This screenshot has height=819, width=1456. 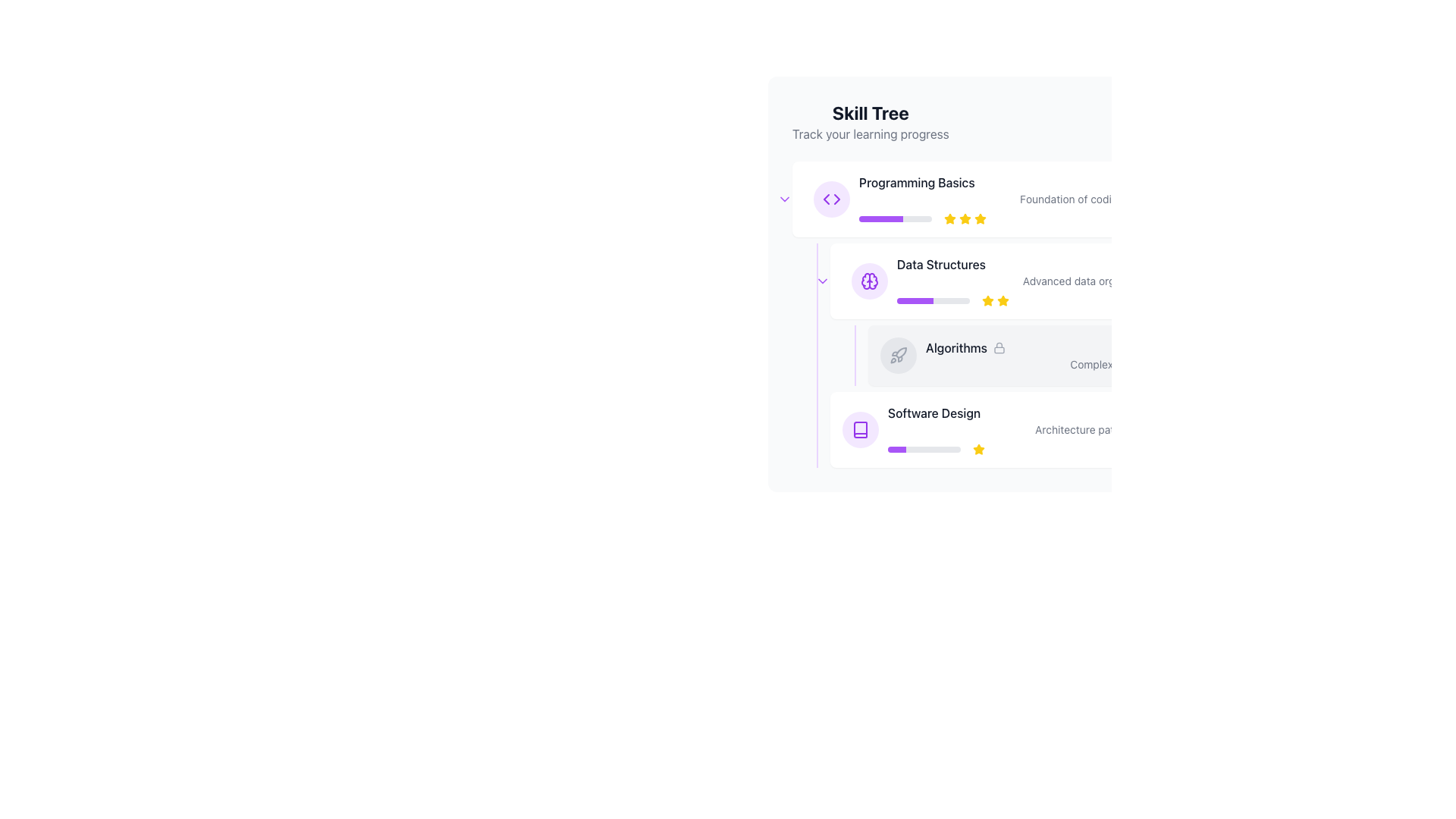 What do you see at coordinates (1071, 219) in the screenshot?
I see `the progress bar and rating indicators, which include a purple progress bar at 60% and three yellow stars for rating, located under the 'Programming Basics' text` at bounding box center [1071, 219].